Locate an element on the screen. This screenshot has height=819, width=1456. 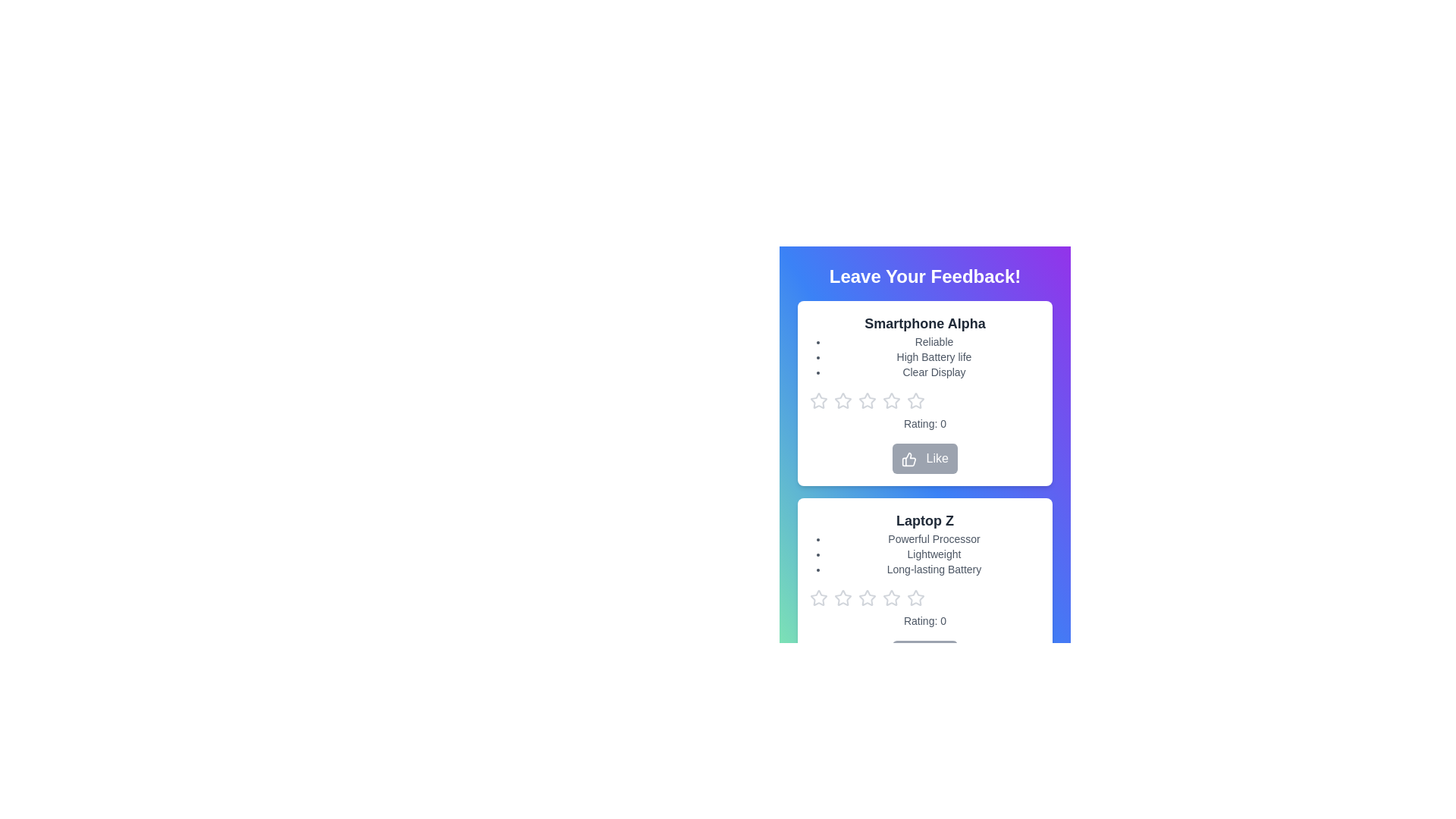
the second star icon in the rating component under the 'Smartphone Alpha' section title to rate the item is located at coordinates (867, 400).